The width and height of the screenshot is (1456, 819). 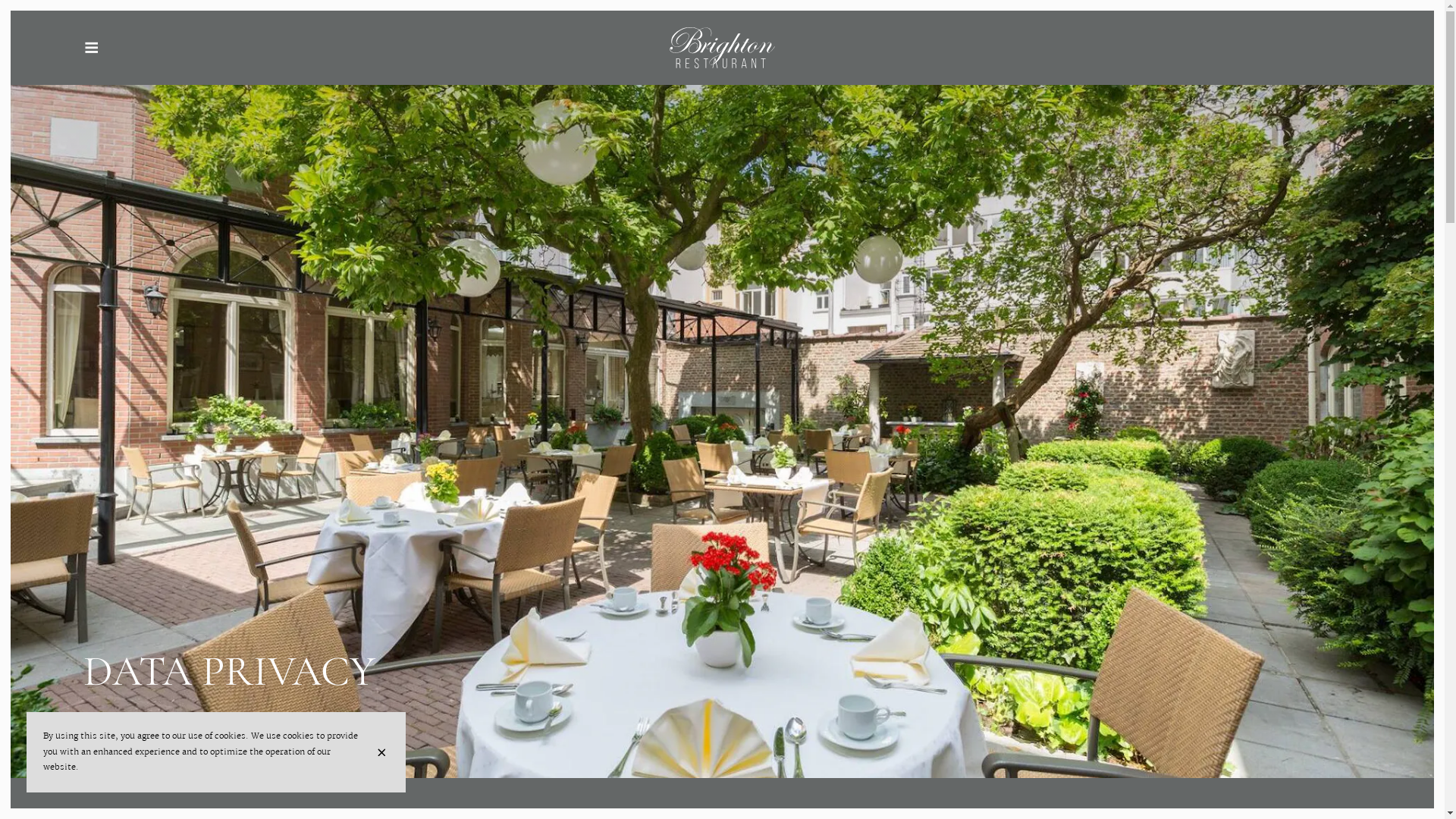 What do you see at coordinates (355, 46) in the screenshot?
I see `'Logo of Brighton Restaurant'` at bounding box center [355, 46].